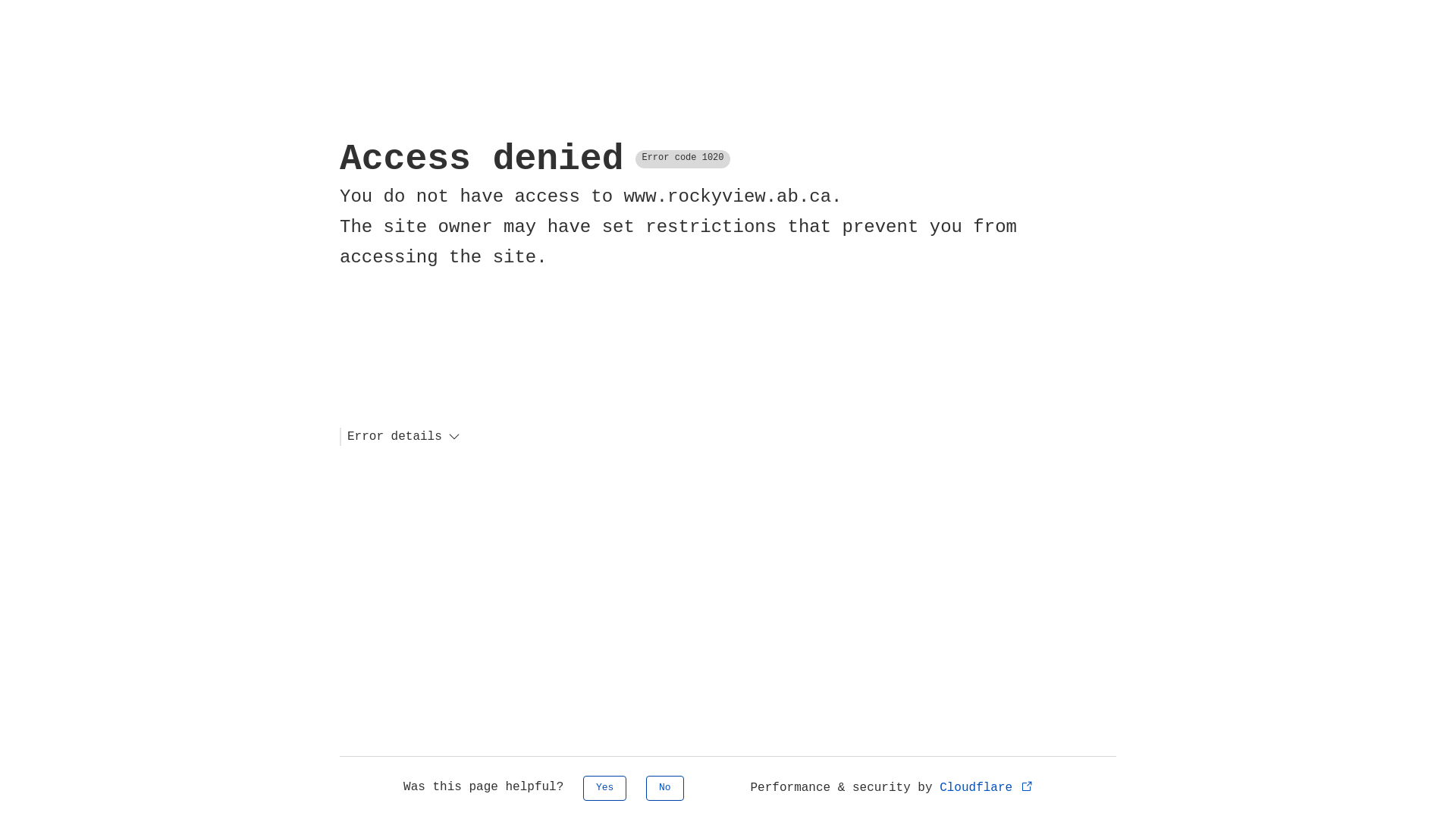 Image resolution: width=1456 pixels, height=819 pixels. Describe the element at coordinates (604, 787) in the screenshot. I see `'Yes'` at that location.